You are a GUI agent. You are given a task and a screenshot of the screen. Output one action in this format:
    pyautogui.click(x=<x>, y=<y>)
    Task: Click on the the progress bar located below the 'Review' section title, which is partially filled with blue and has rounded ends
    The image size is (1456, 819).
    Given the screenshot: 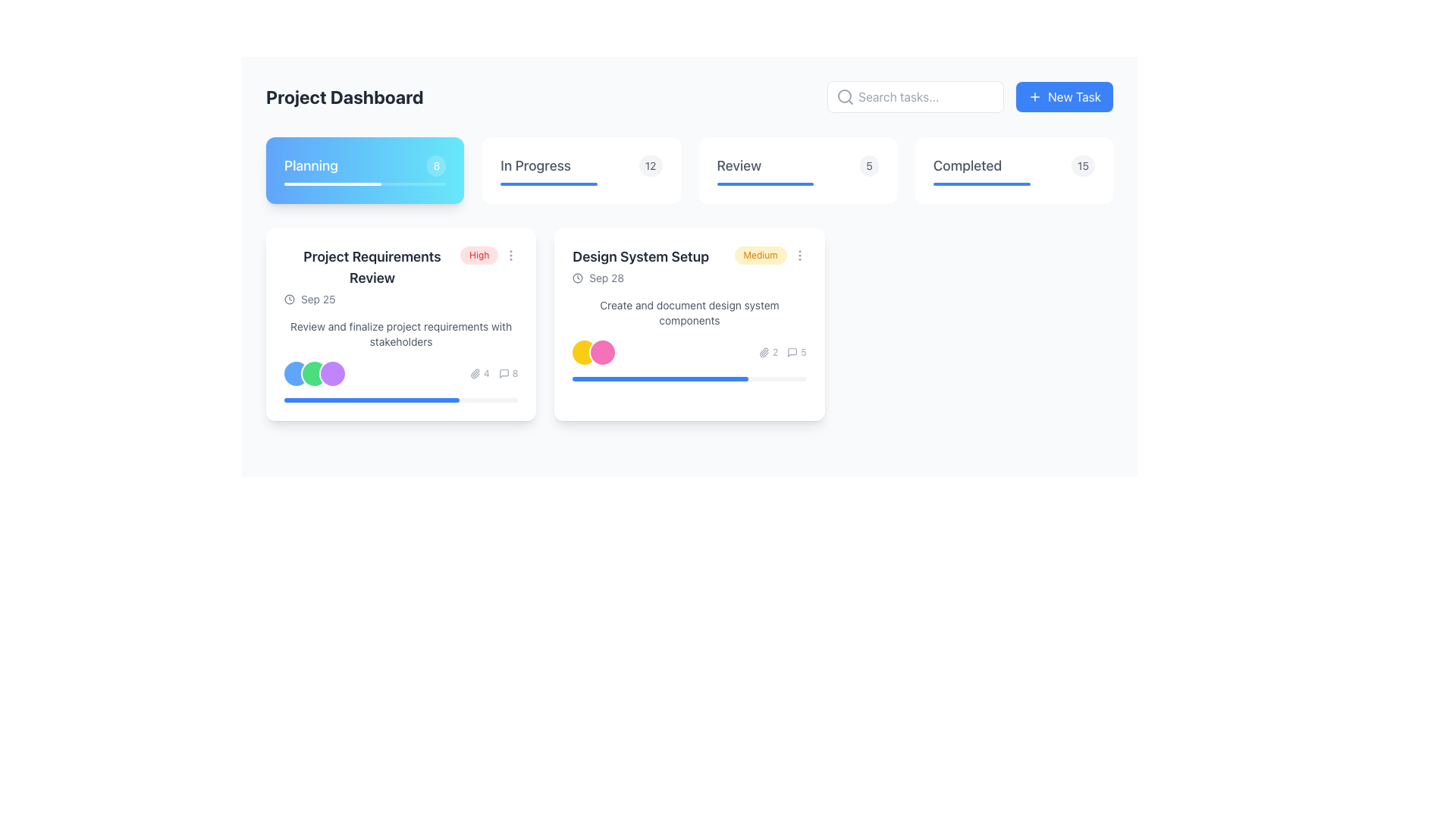 What is the action you would take?
    pyautogui.click(x=797, y=184)
    